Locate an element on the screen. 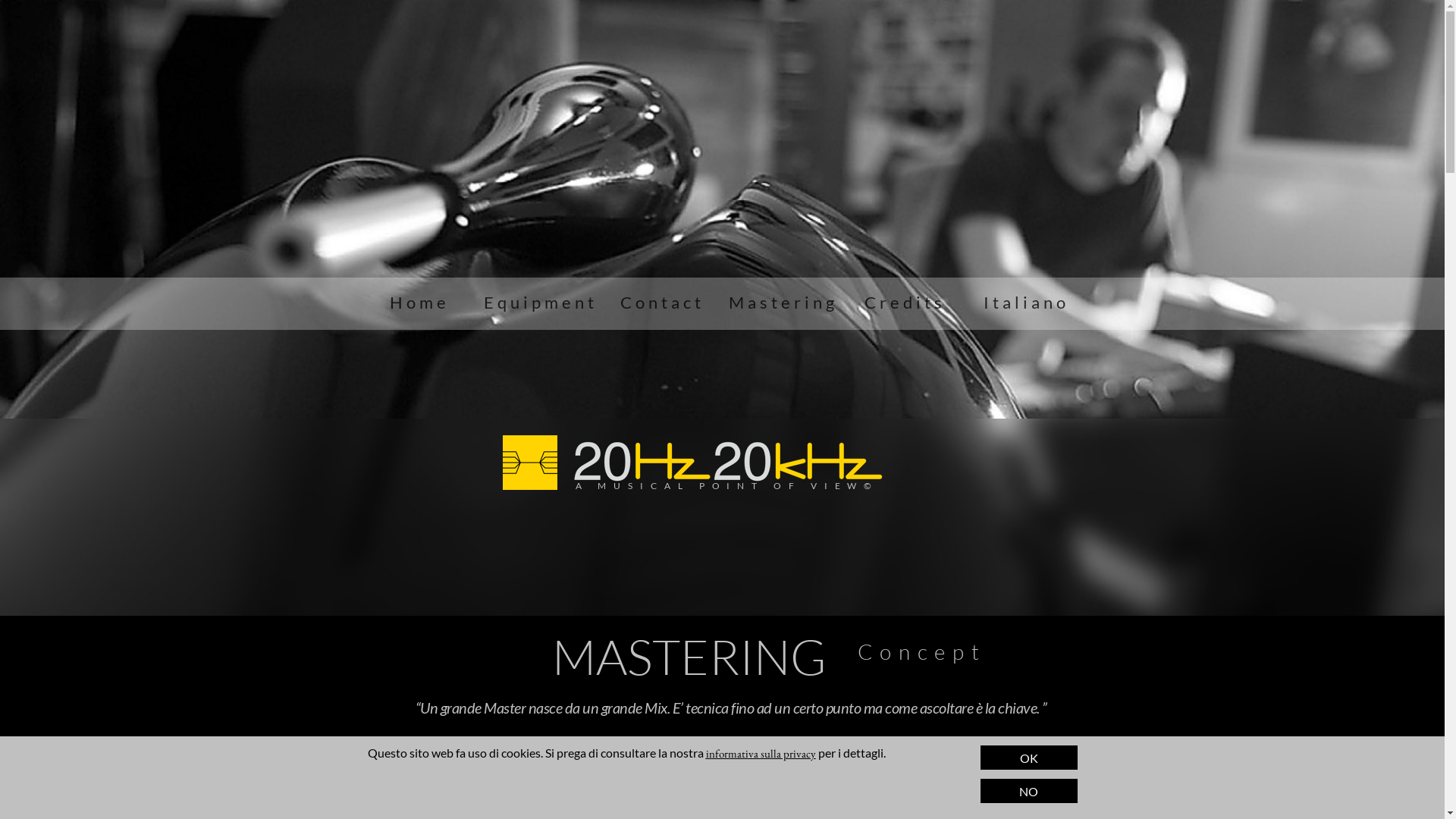  'informativa sulla privacy' is located at coordinates (760, 753).